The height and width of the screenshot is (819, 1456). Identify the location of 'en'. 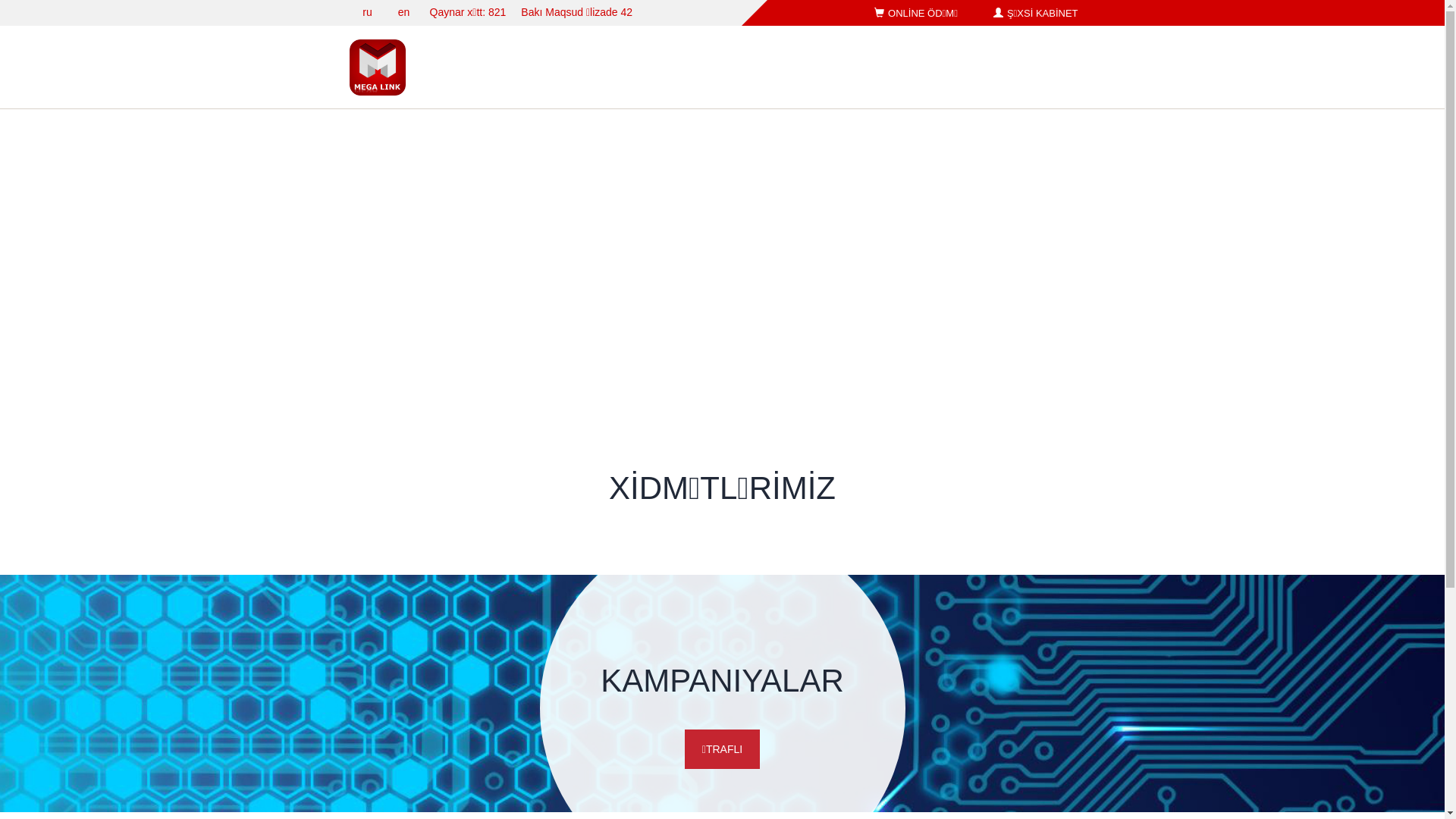
(403, 11).